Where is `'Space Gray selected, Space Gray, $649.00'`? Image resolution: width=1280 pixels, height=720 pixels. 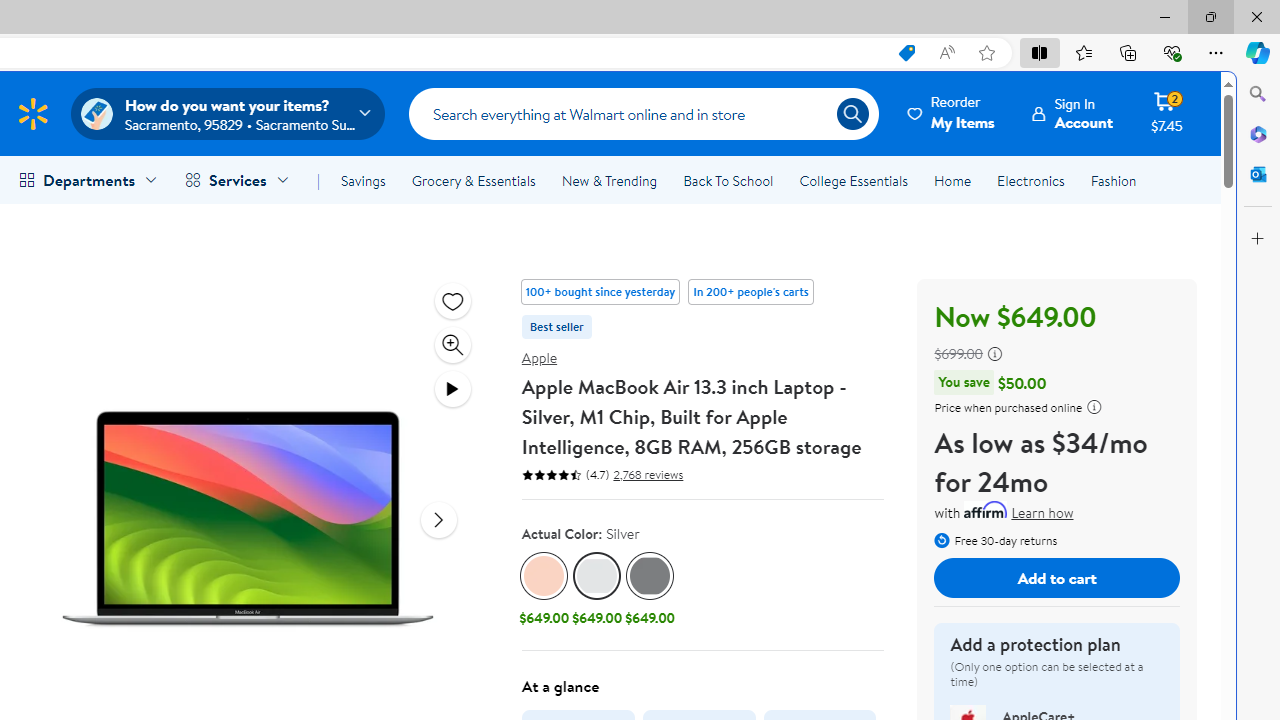
'Space Gray selected, Space Gray, $649.00' is located at coordinates (650, 590).